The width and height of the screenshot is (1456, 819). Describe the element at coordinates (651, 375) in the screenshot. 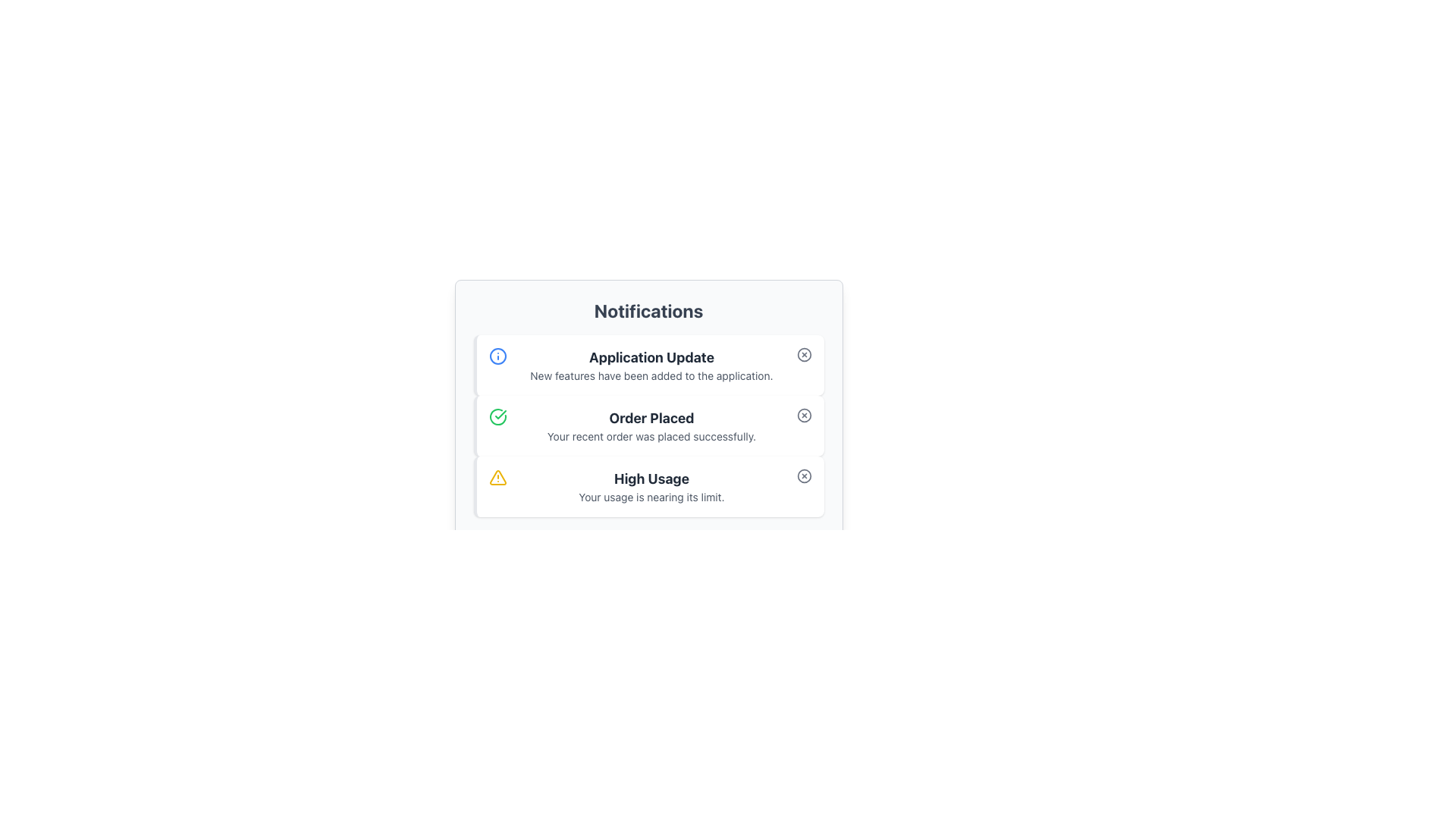

I see `the Text Label displaying 'New features have been added to the application.' which is styled in gray and located under the 'Application Update' title within the notification card` at that location.